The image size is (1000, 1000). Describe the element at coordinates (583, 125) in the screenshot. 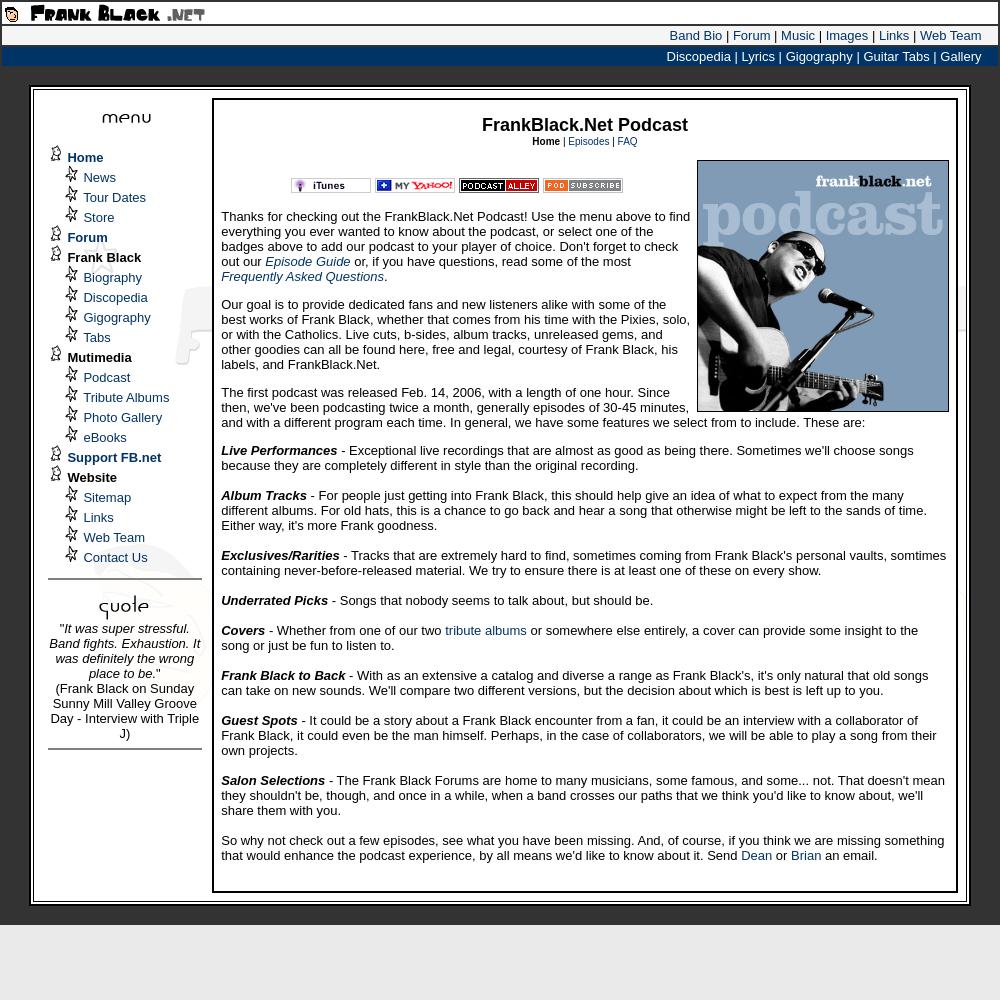

I see `'FrankBlack.Net Podcast'` at that location.